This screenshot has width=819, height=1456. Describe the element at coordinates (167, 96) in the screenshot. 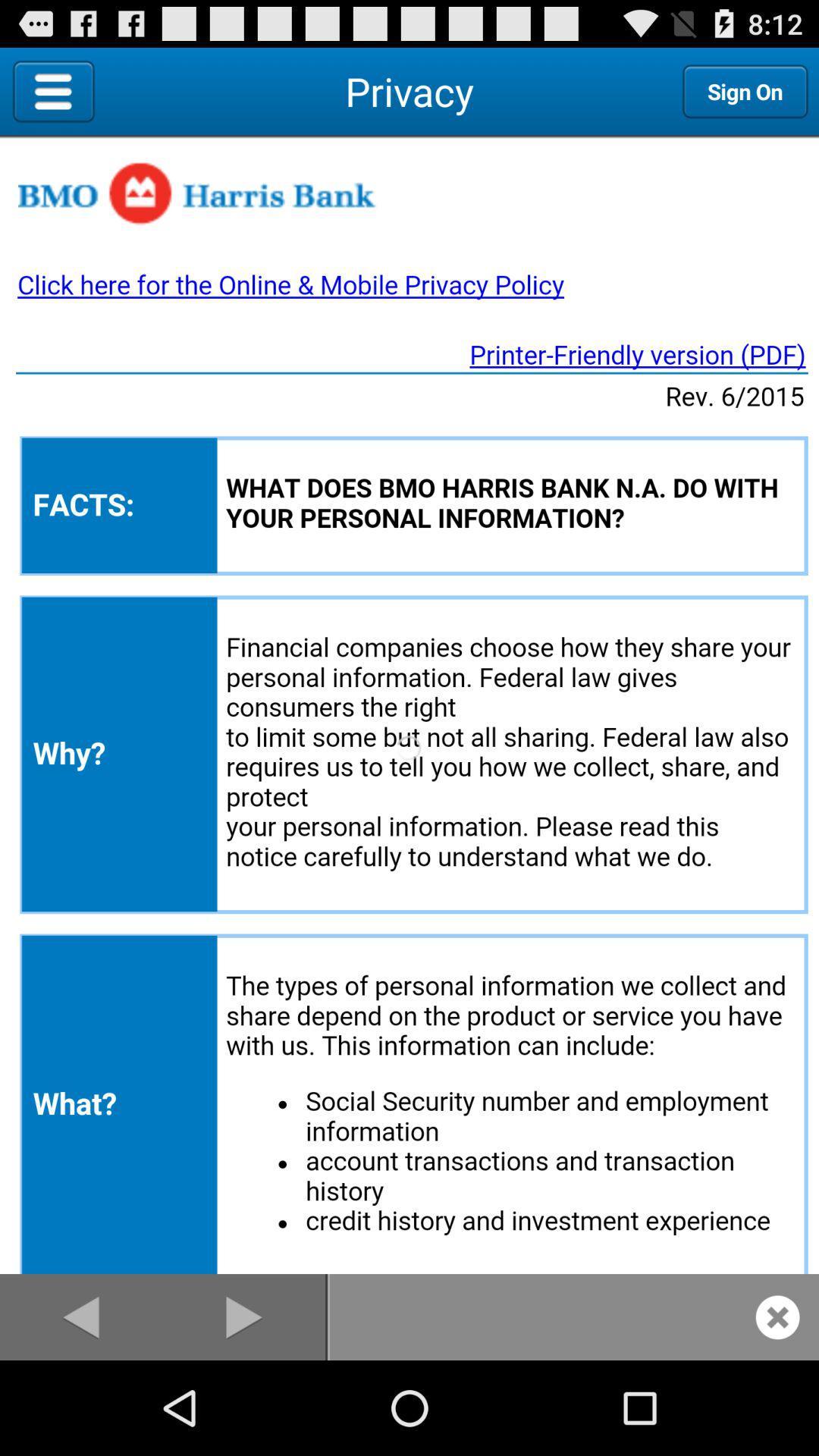

I see `the more icon` at that location.